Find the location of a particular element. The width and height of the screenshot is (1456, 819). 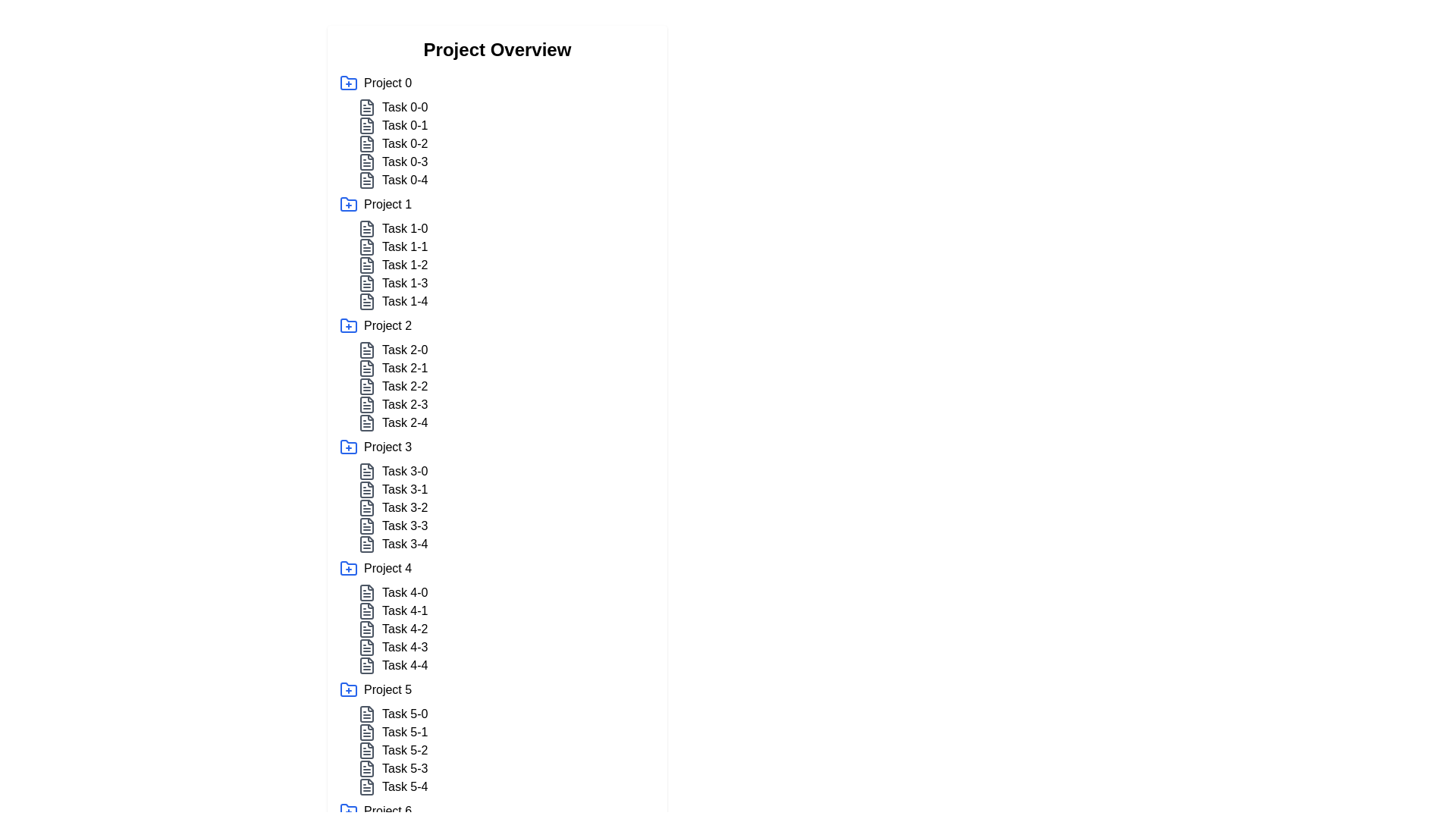

the icon representing 'Task 3-3' located to the left of the label in the task list under 'Project 3' is located at coordinates (367, 526).